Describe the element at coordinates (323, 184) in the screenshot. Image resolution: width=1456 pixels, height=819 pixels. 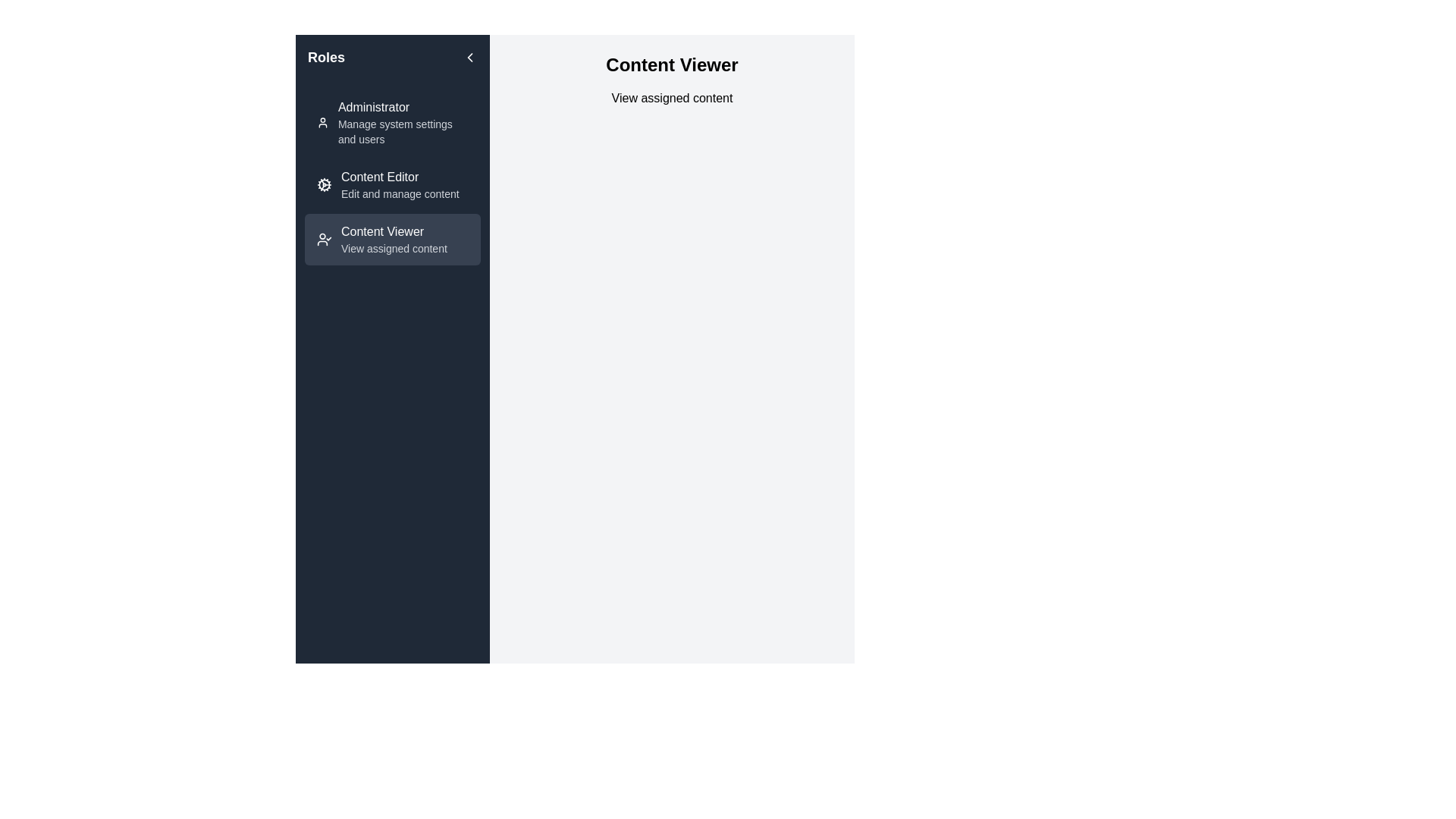
I see `the circular cog or gear icon in the sidebar menu next to the 'Content Editor' label` at that location.